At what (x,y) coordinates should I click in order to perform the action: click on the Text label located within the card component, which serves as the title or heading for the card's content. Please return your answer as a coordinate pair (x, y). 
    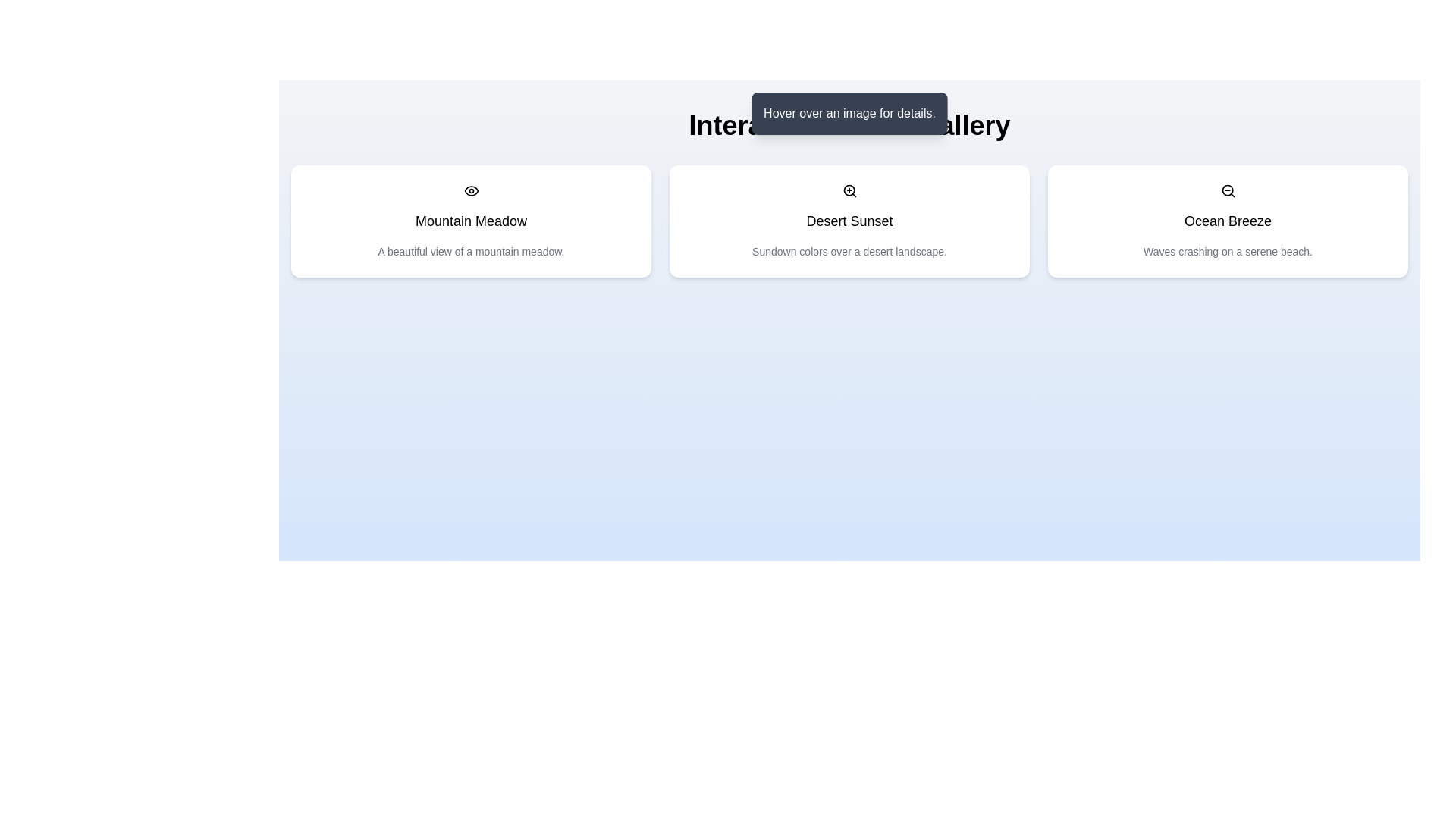
    Looking at the image, I should click on (470, 221).